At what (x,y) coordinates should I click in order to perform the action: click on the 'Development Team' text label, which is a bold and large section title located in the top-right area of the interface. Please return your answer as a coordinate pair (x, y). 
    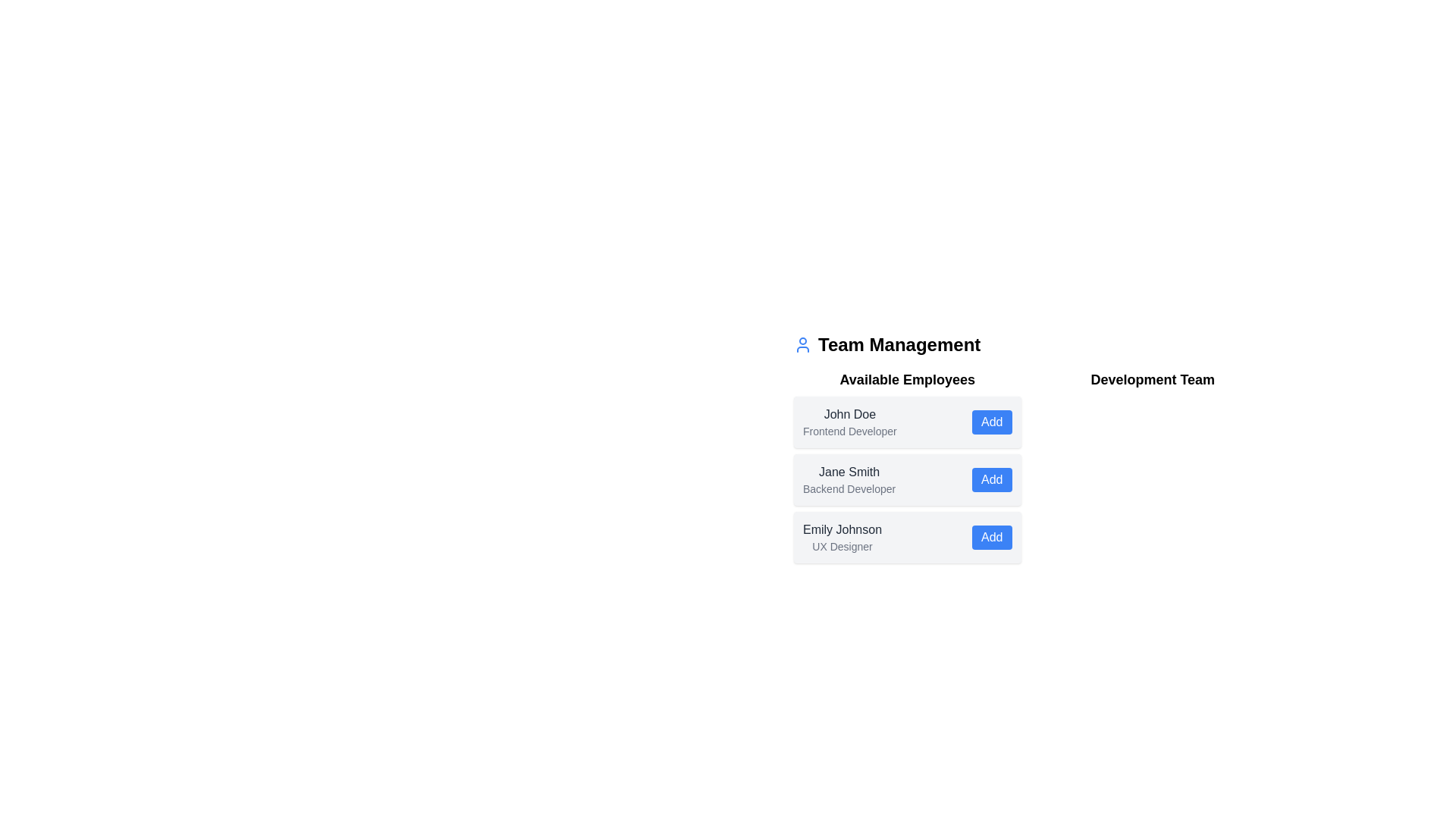
    Looking at the image, I should click on (1153, 379).